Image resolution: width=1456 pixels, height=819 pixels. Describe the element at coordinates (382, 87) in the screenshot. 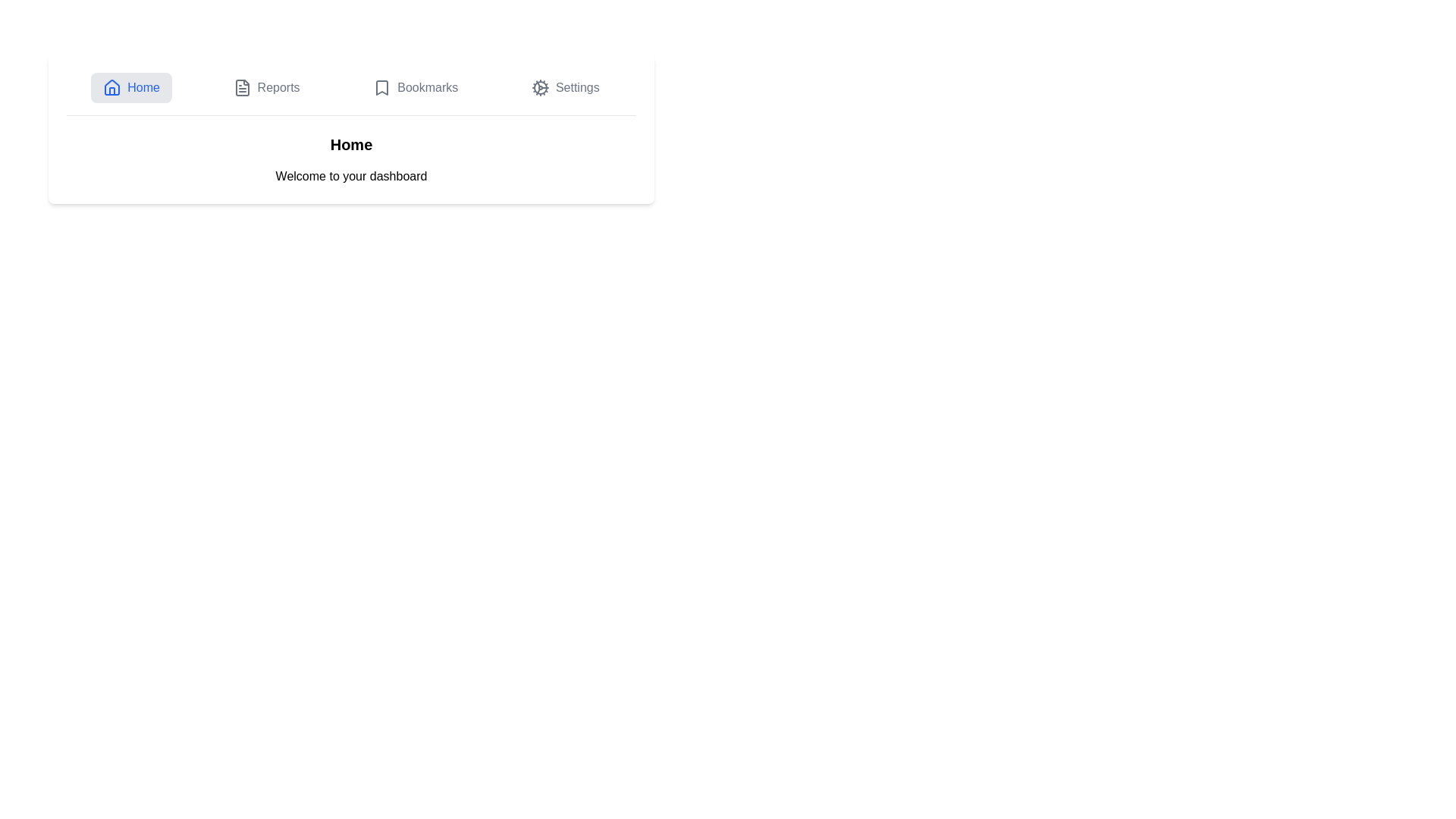

I see `the 'Bookmarks' icon in the top navigation bar, which serves as a visual indicator for the bookmarks section` at that location.